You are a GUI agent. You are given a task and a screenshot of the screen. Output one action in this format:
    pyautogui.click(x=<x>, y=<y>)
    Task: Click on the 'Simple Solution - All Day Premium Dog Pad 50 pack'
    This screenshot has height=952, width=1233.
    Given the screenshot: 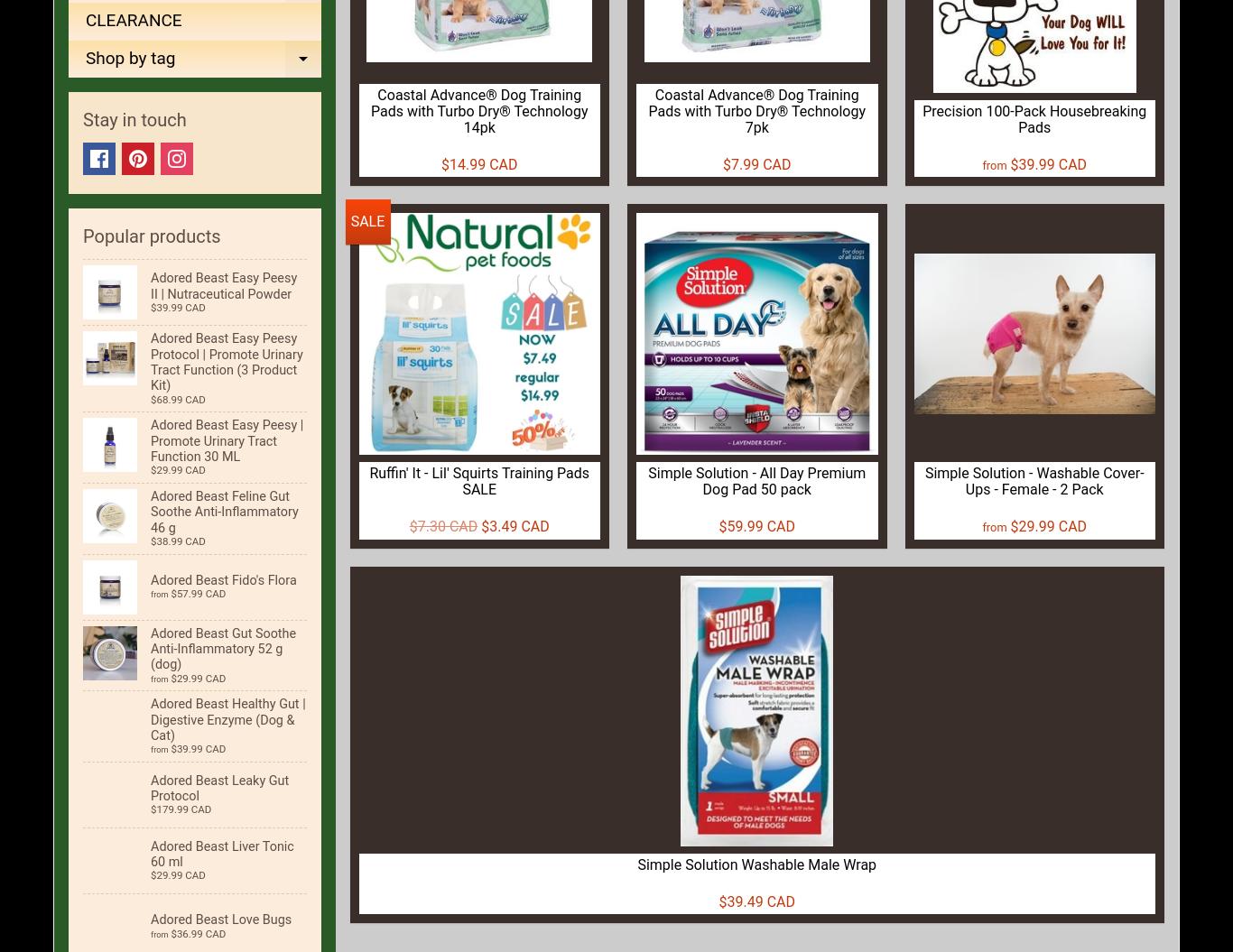 What is the action you would take?
    pyautogui.click(x=756, y=479)
    